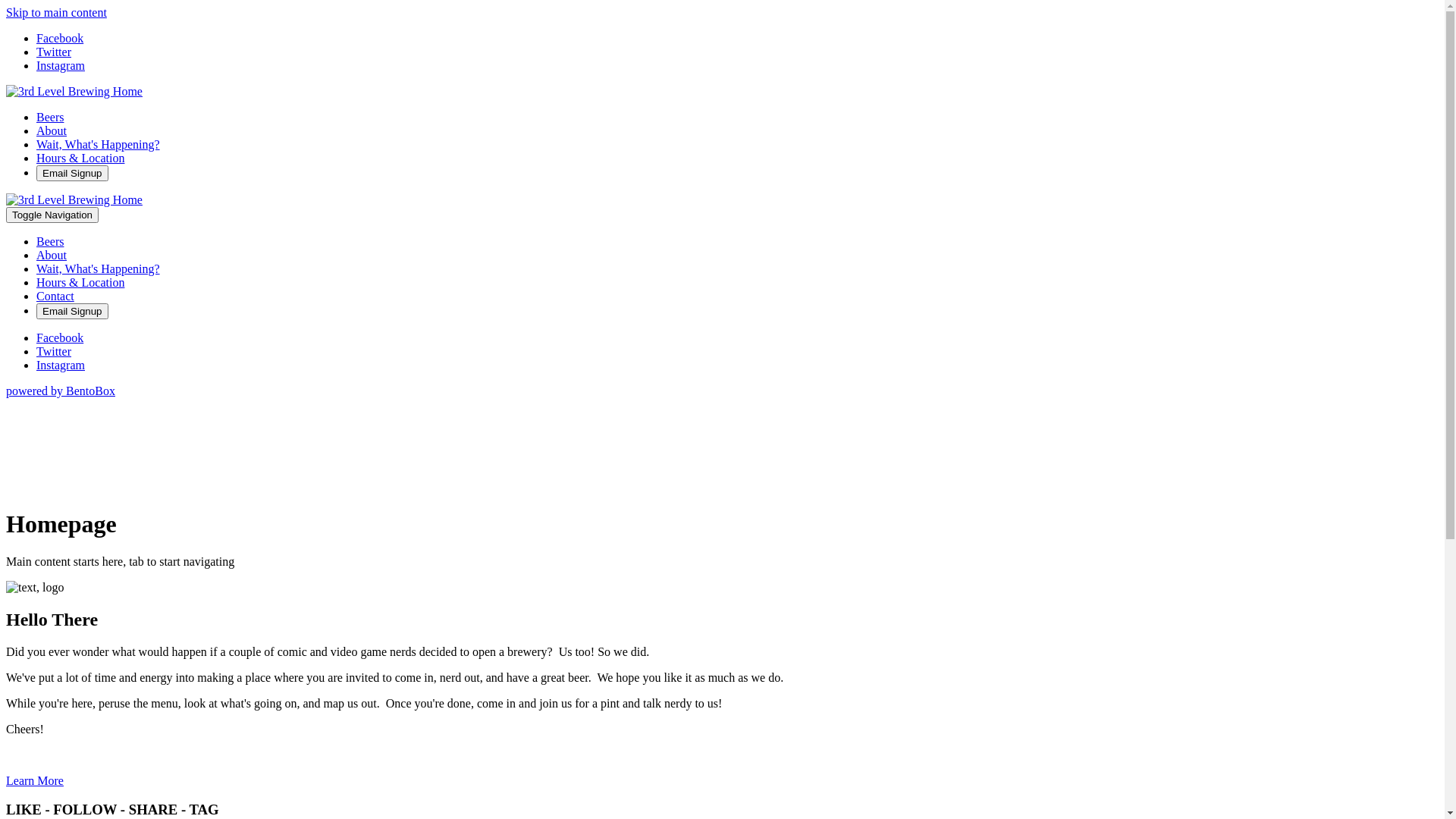  Describe the element at coordinates (54, 51) in the screenshot. I see `'Twitter'` at that location.